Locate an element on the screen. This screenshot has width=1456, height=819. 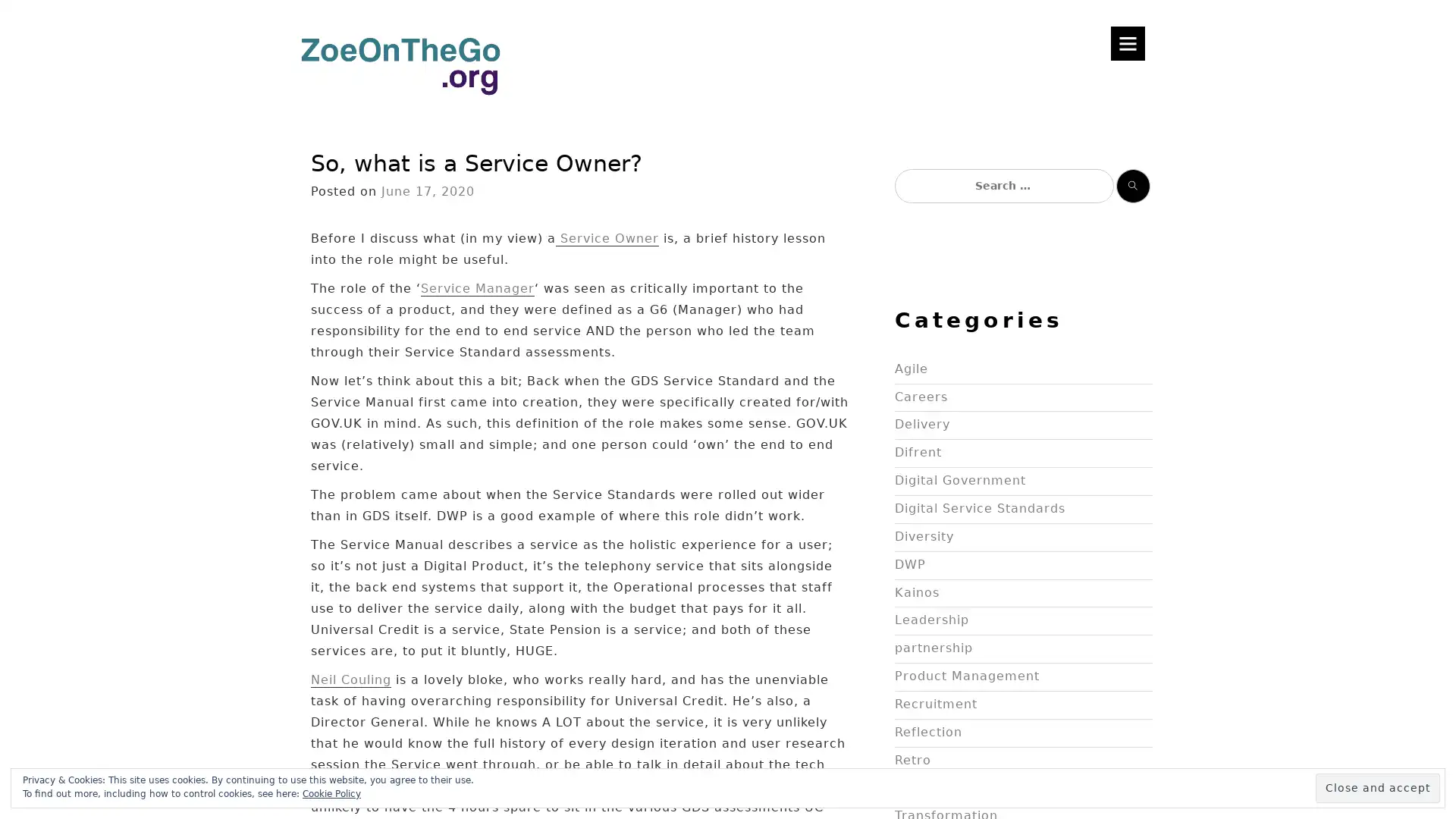
Close and accept is located at coordinates (1378, 787).